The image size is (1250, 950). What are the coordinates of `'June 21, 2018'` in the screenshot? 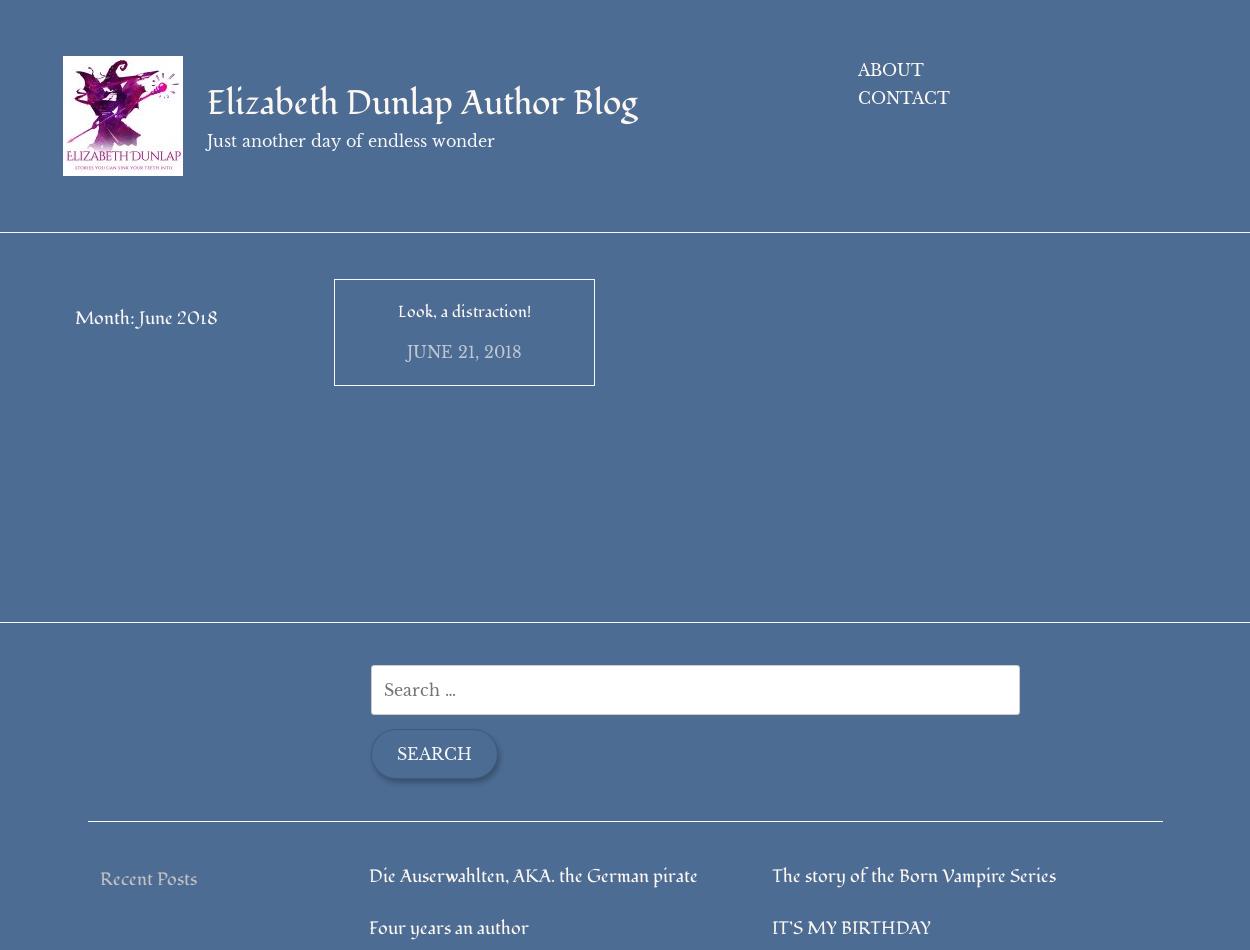 It's located at (463, 382).